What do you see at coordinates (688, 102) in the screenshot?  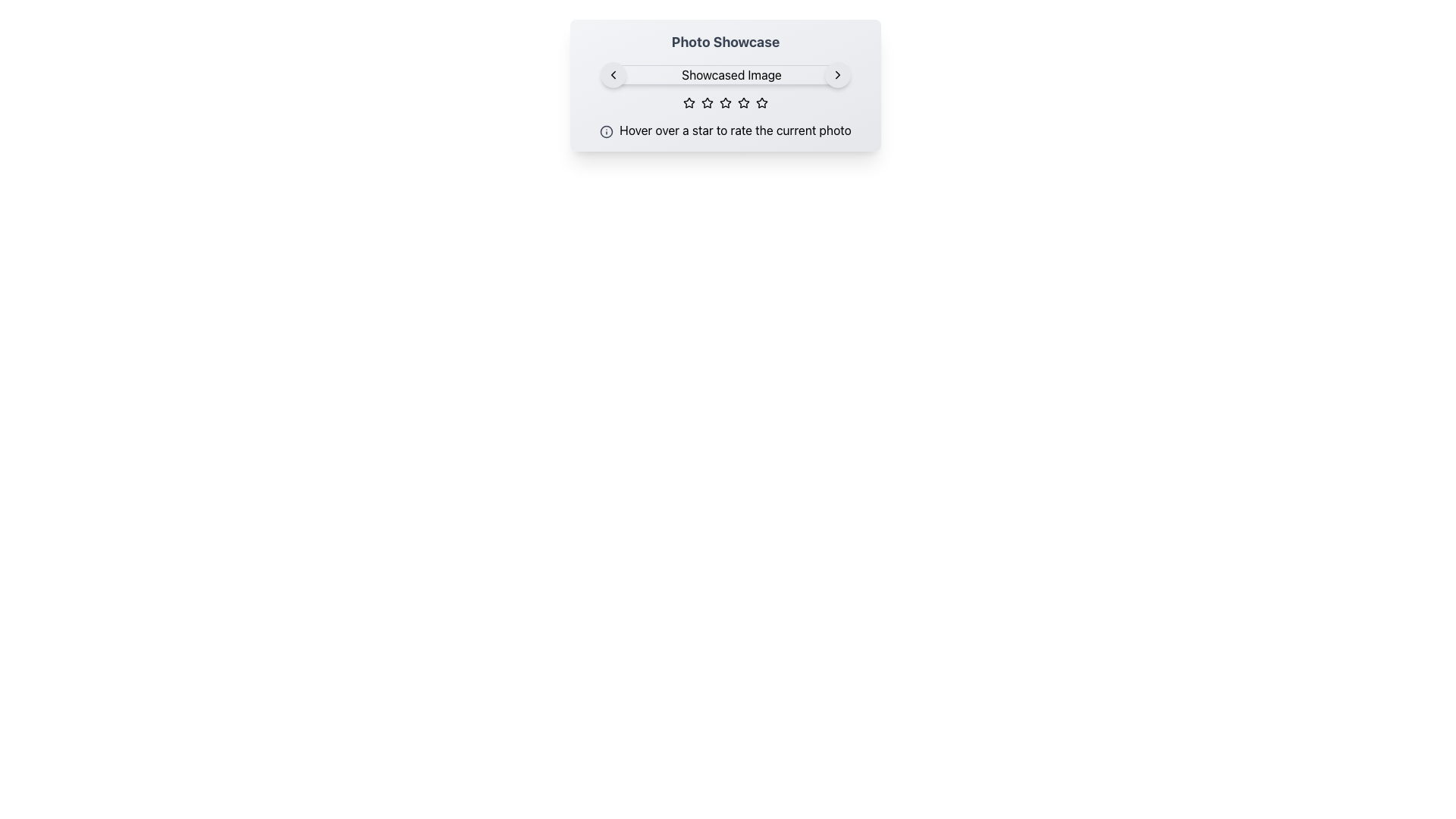 I see `the first star icon in the row of five rating stars, located under the 'Showcased Image' text within the 'Photo Showcase' segment` at bounding box center [688, 102].